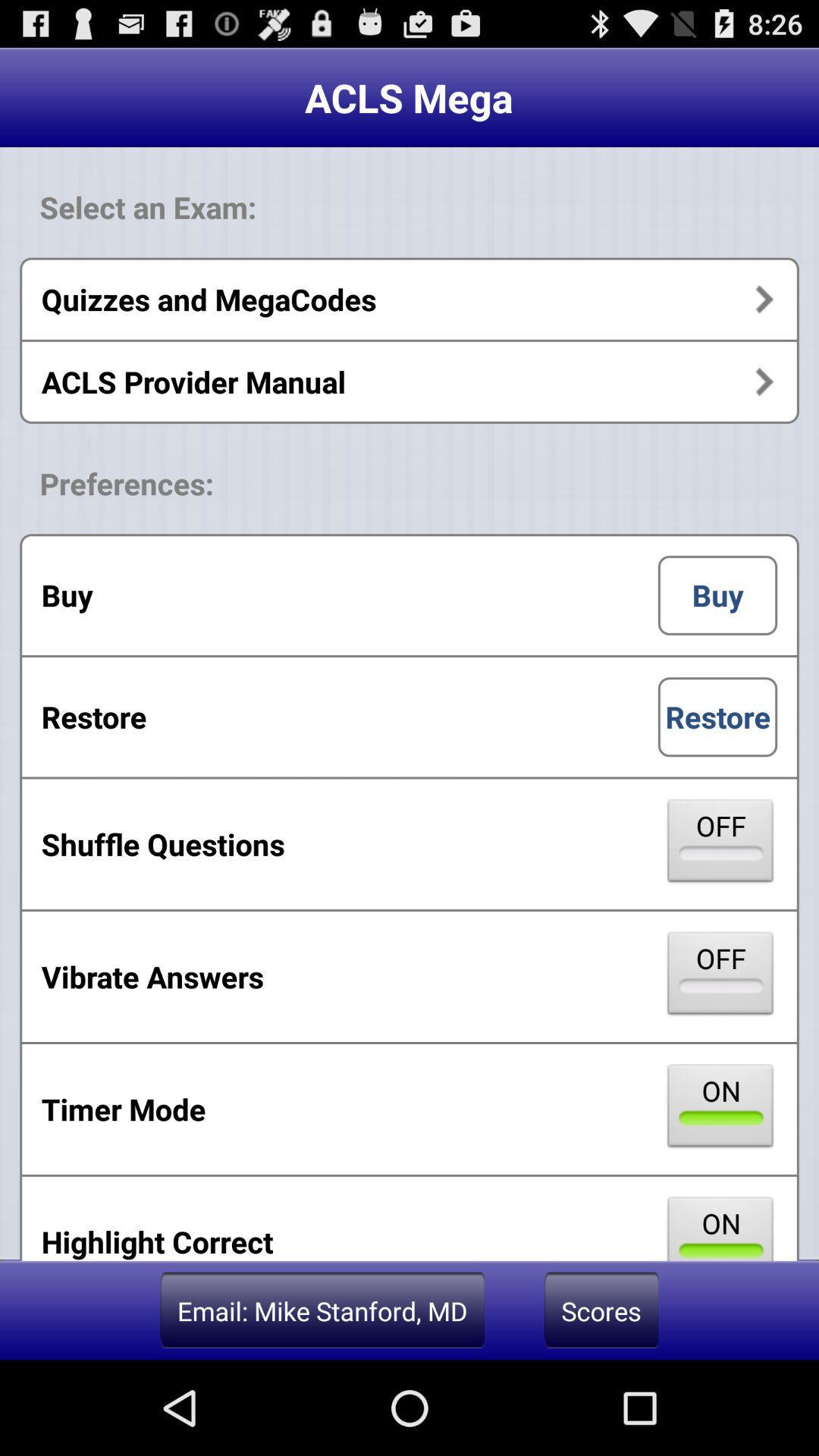  Describe the element at coordinates (601, 1310) in the screenshot. I see `icon next to the email mike stanford icon` at that location.